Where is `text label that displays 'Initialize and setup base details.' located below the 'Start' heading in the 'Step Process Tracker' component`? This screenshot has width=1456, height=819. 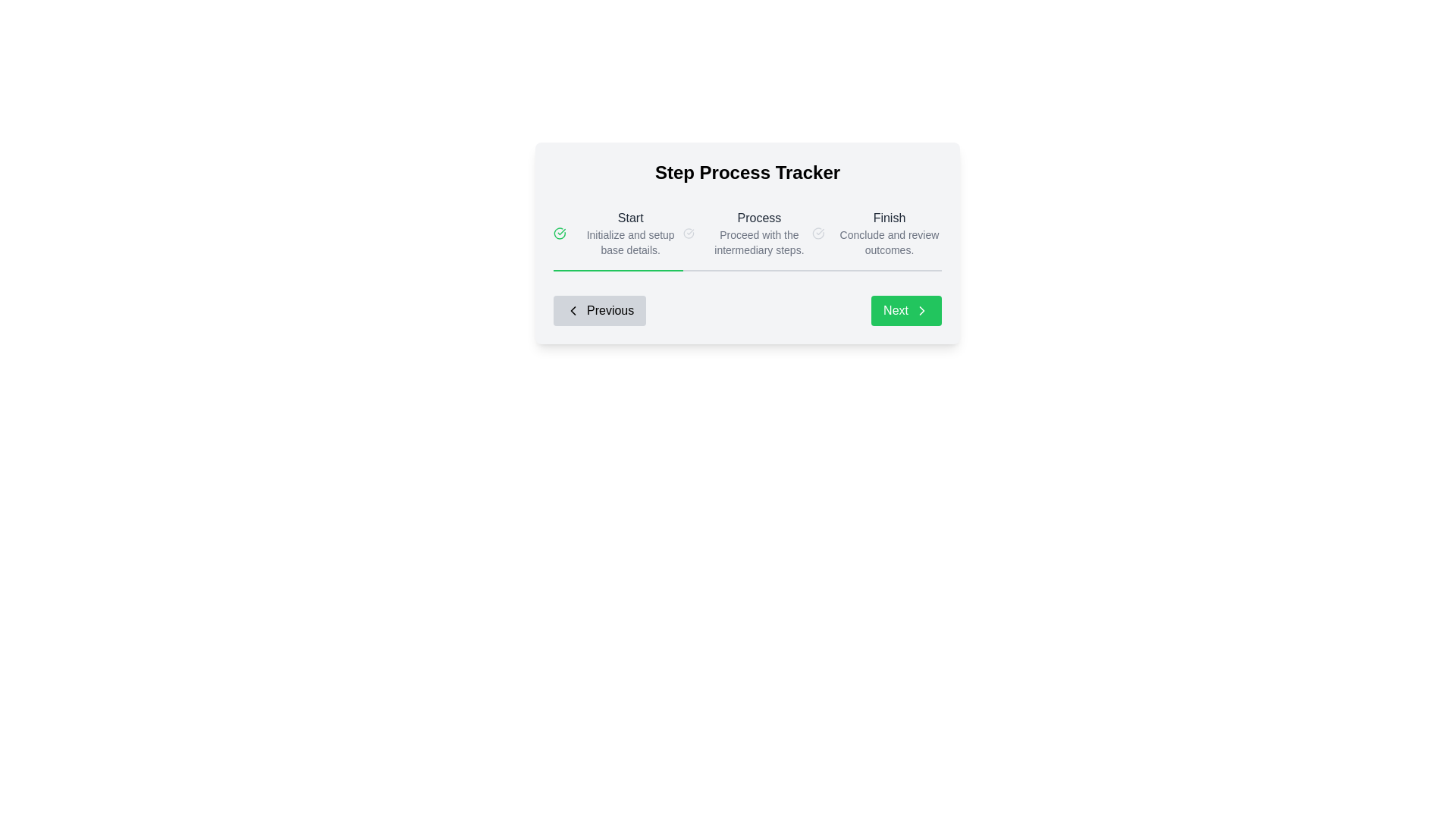 text label that displays 'Initialize and setup base details.' located below the 'Start' heading in the 'Step Process Tracker' component is located at coordinates (630, 242).